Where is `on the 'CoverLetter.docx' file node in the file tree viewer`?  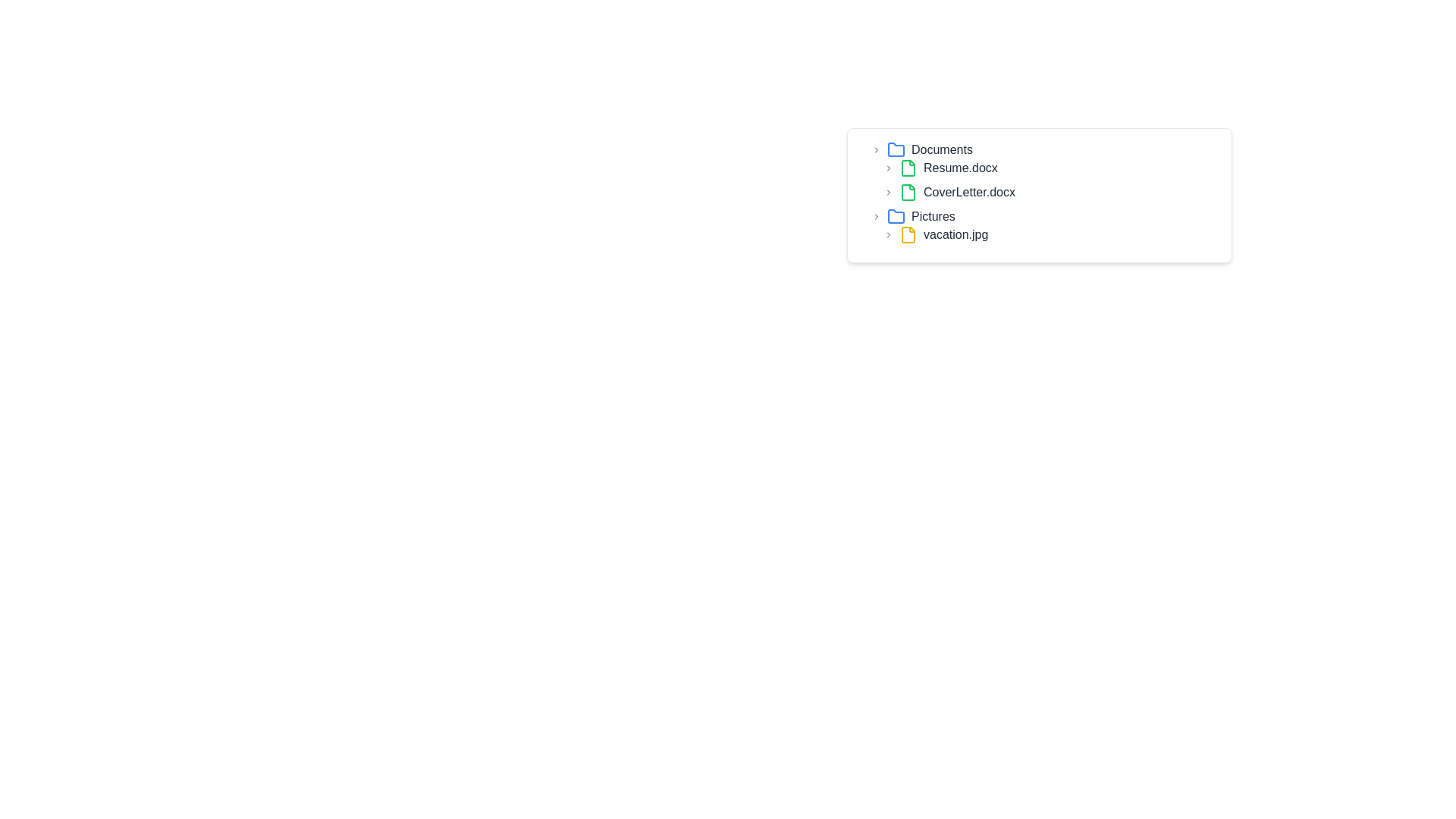 on the 'CoverLetter.docx' file node in the file tree viewer is located at coordinates (1051, 192).